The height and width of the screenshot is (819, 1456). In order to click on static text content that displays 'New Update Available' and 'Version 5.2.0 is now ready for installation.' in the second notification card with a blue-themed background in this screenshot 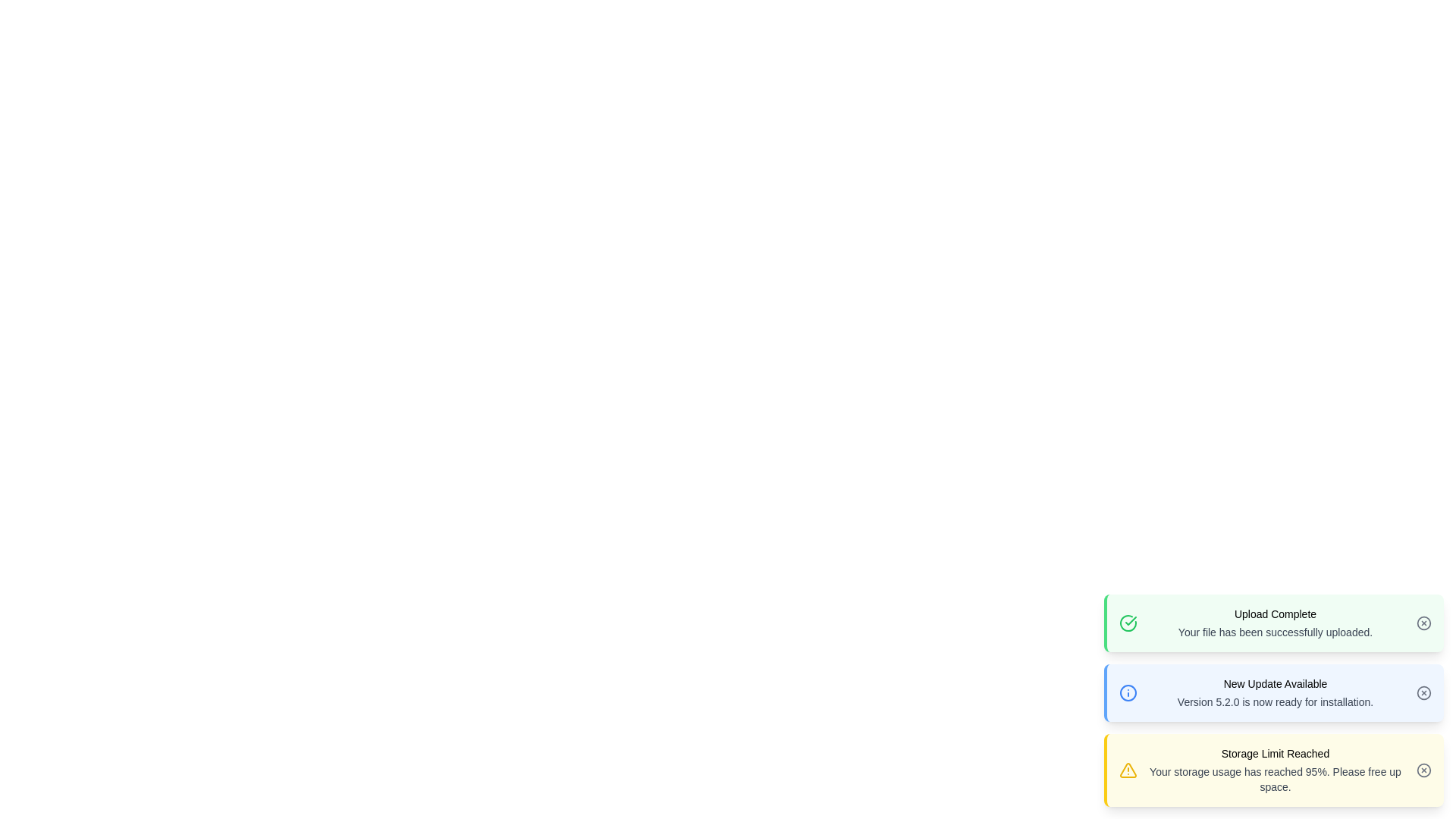, I will do `click(1274, 693)`.